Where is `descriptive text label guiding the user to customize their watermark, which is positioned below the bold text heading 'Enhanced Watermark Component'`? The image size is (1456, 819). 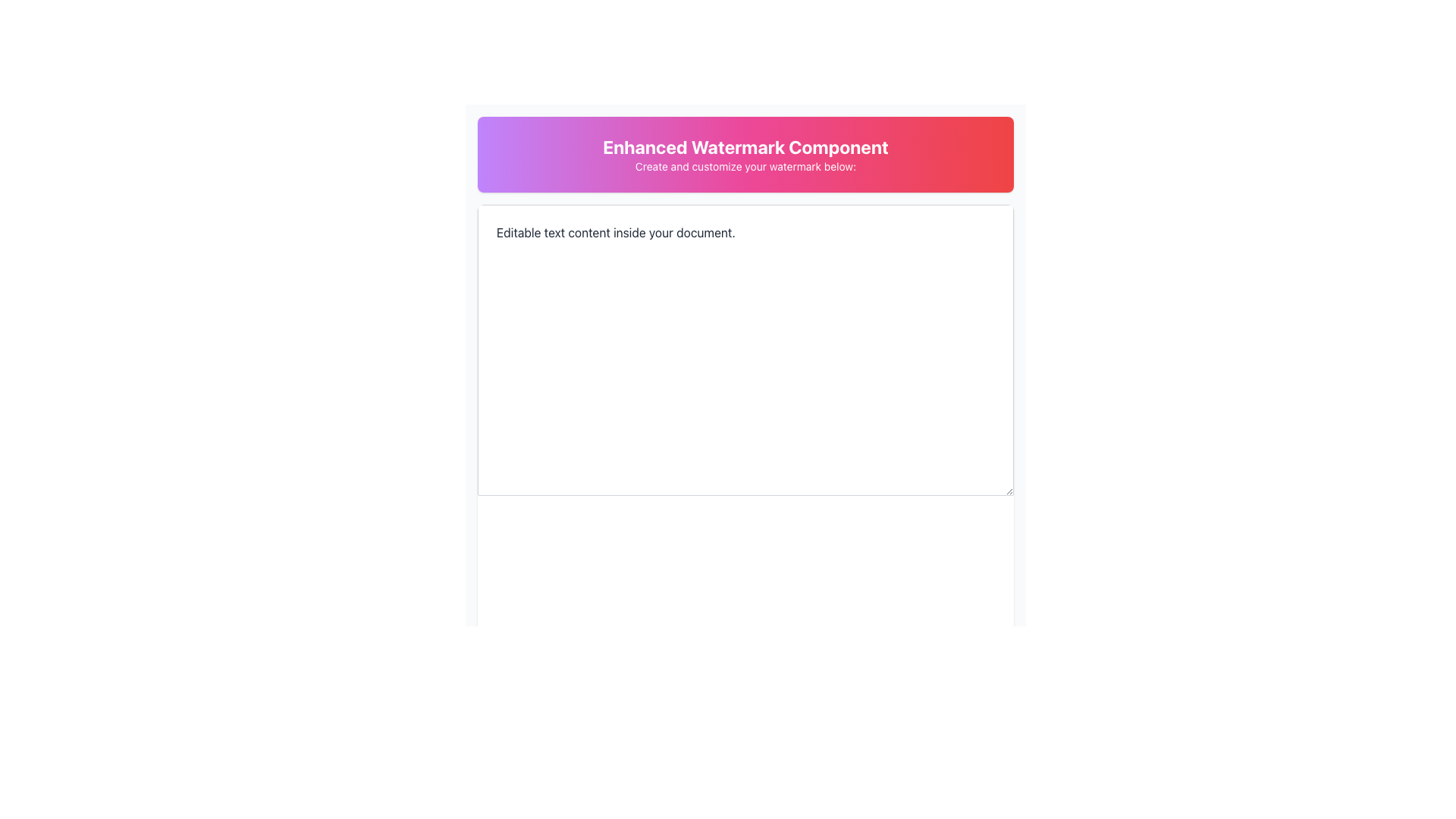
descriptive text label guiding the user to customize their watermark, which is positioned below the bold text heading 'Enhanced Watermark Component' is located at coordinates (745, 166).